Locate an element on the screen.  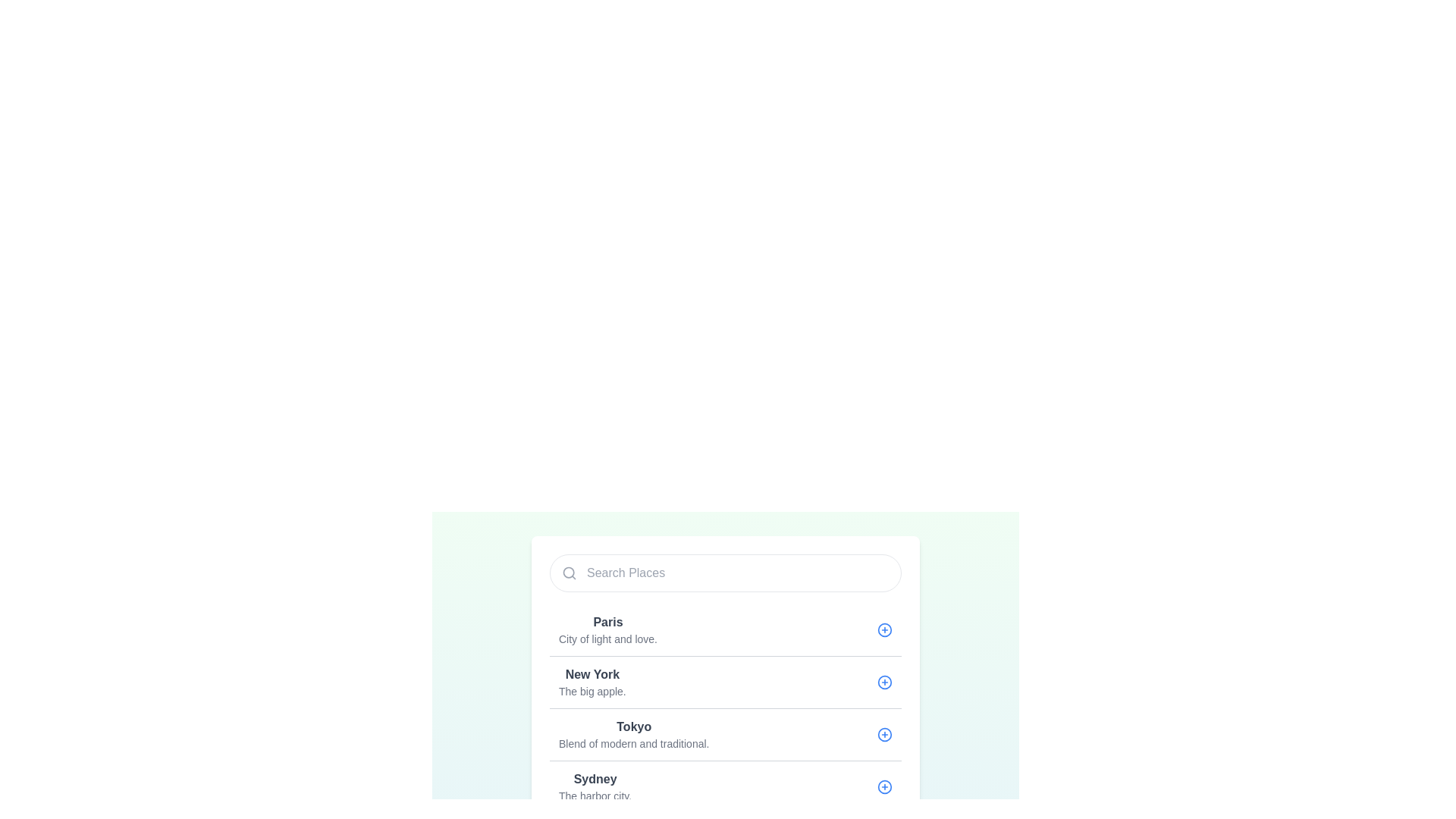
the magnifying glass icon that represents the search functionality within the input field, located at the left edge of the field is located at coordinates (568, 573).